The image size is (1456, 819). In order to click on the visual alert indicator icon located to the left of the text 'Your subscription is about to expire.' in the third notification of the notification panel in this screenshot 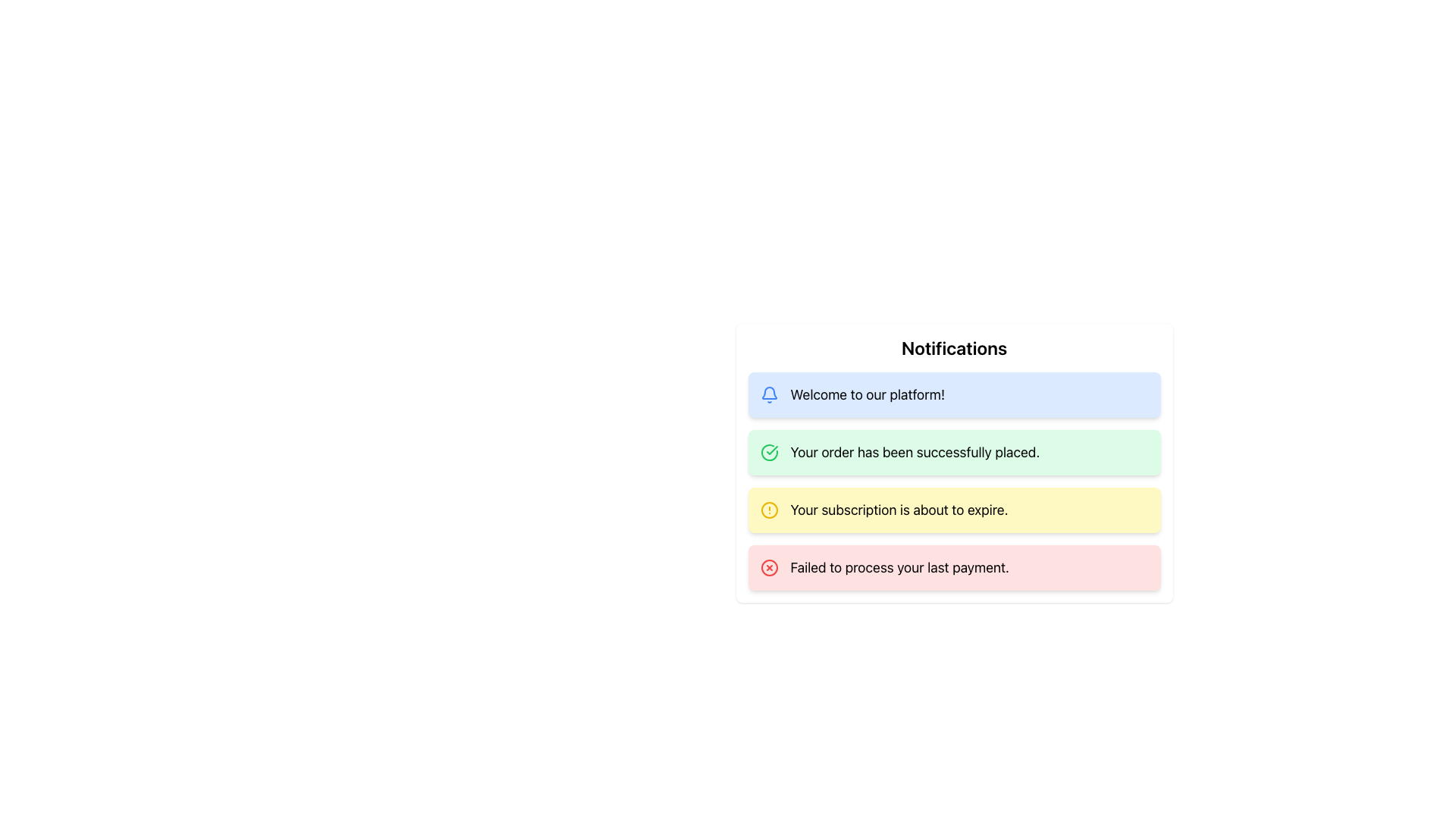, I will do `click(769, 510)`.